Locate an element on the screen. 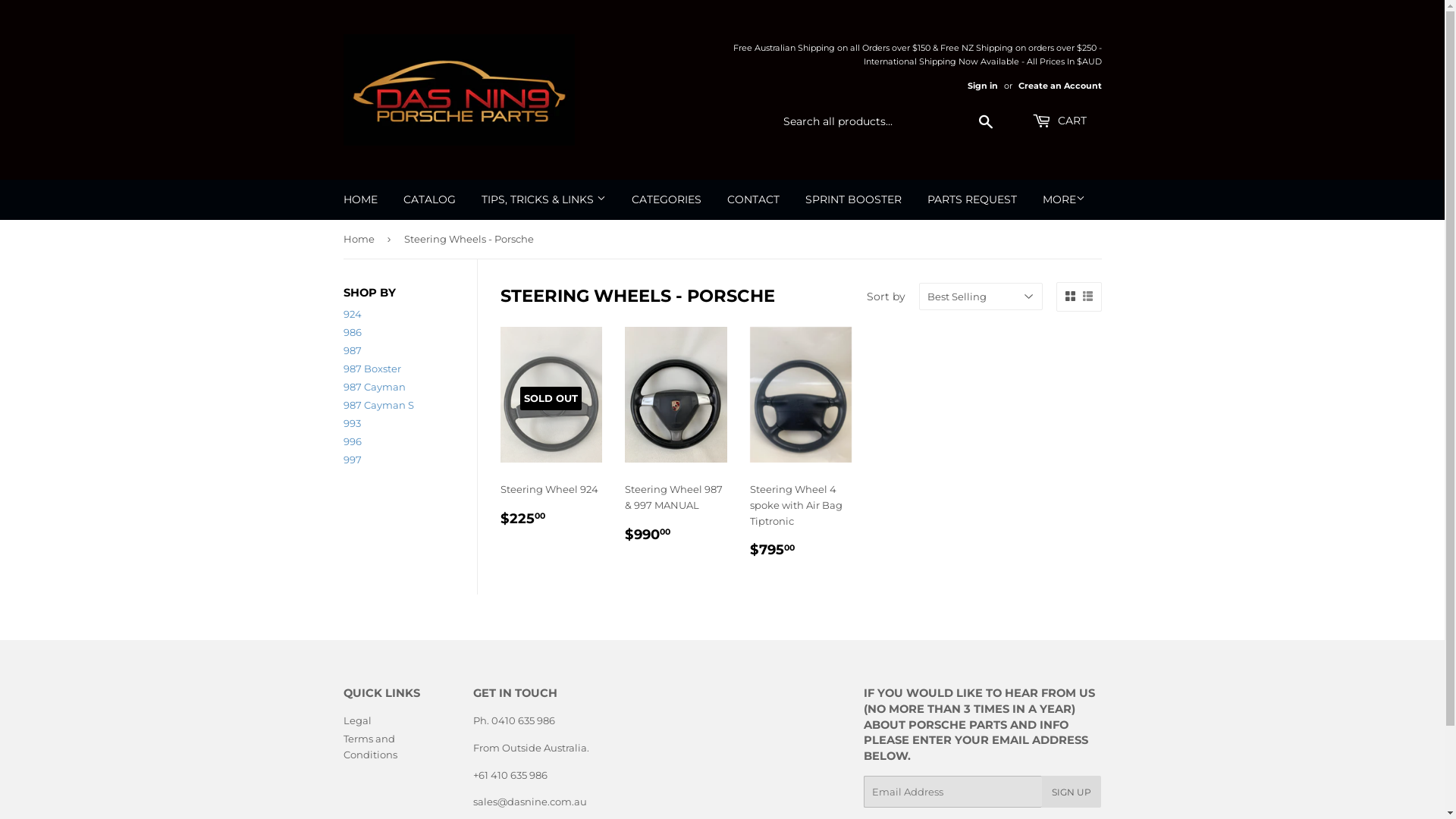  'sales@dasnine.com.au' is located at coordinates (530, 800).